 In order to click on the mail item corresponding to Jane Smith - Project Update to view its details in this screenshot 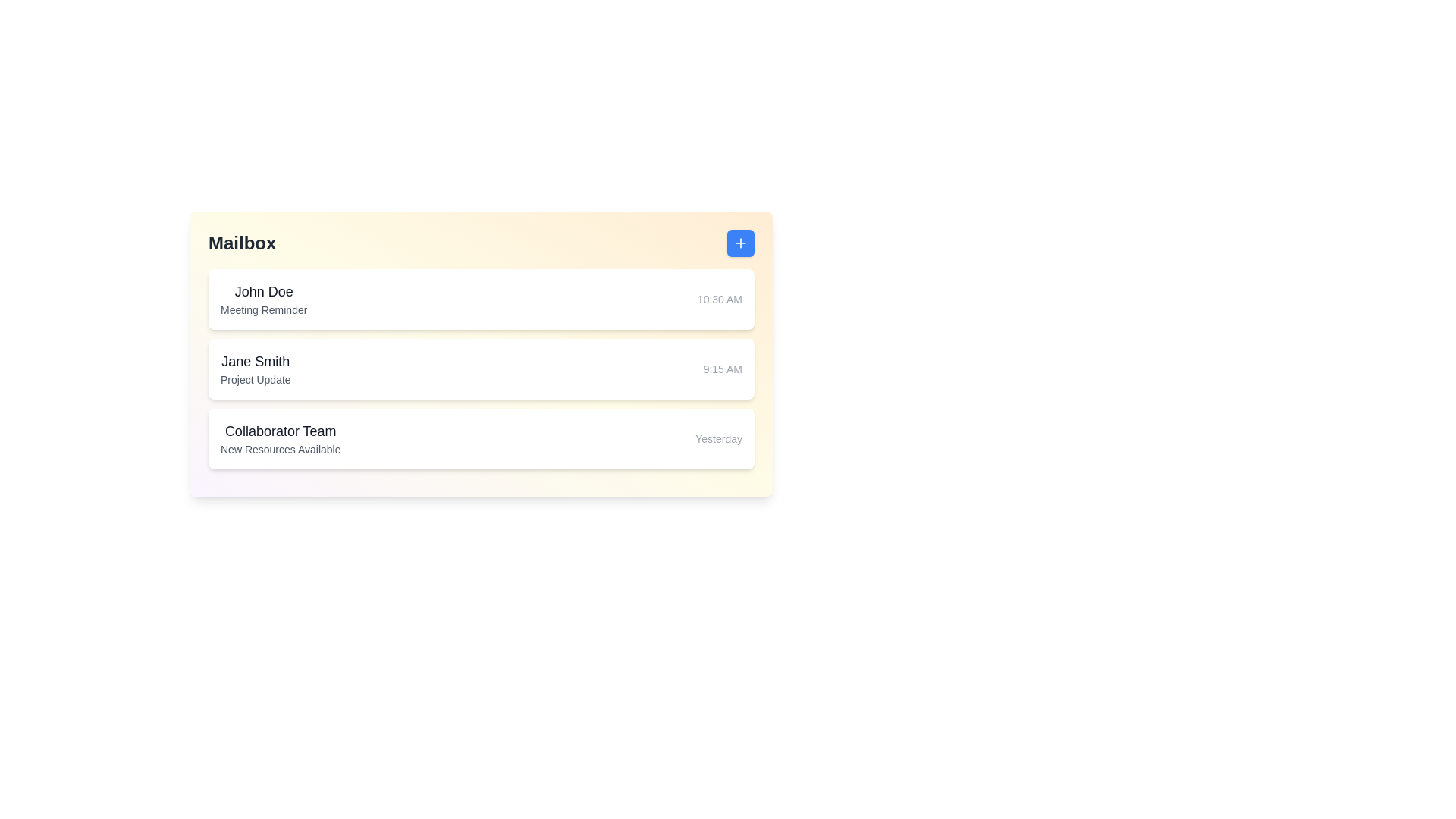, I will do `click(480, 369)`.